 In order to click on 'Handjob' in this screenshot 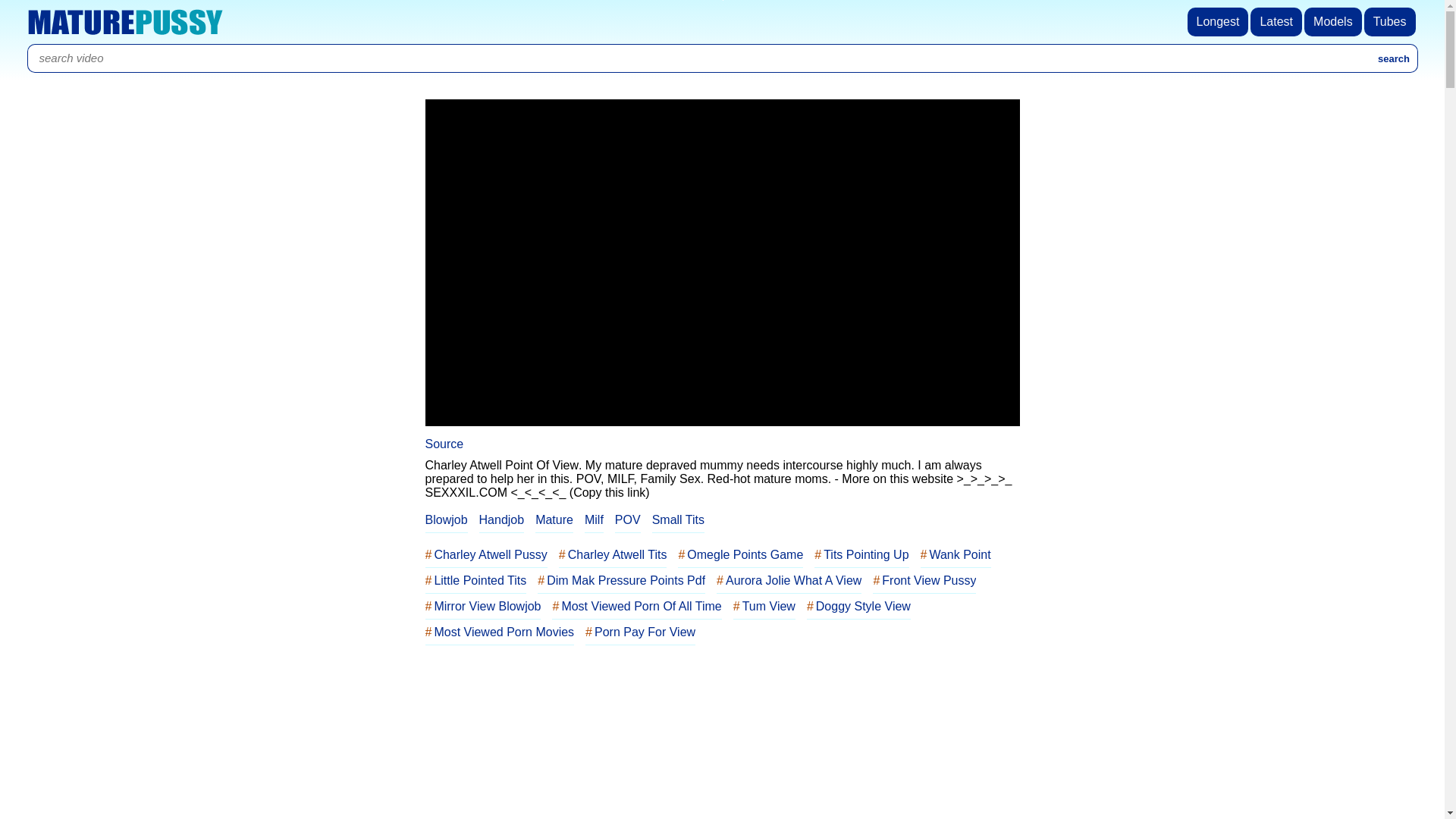, I will do `click(502, 519)`.